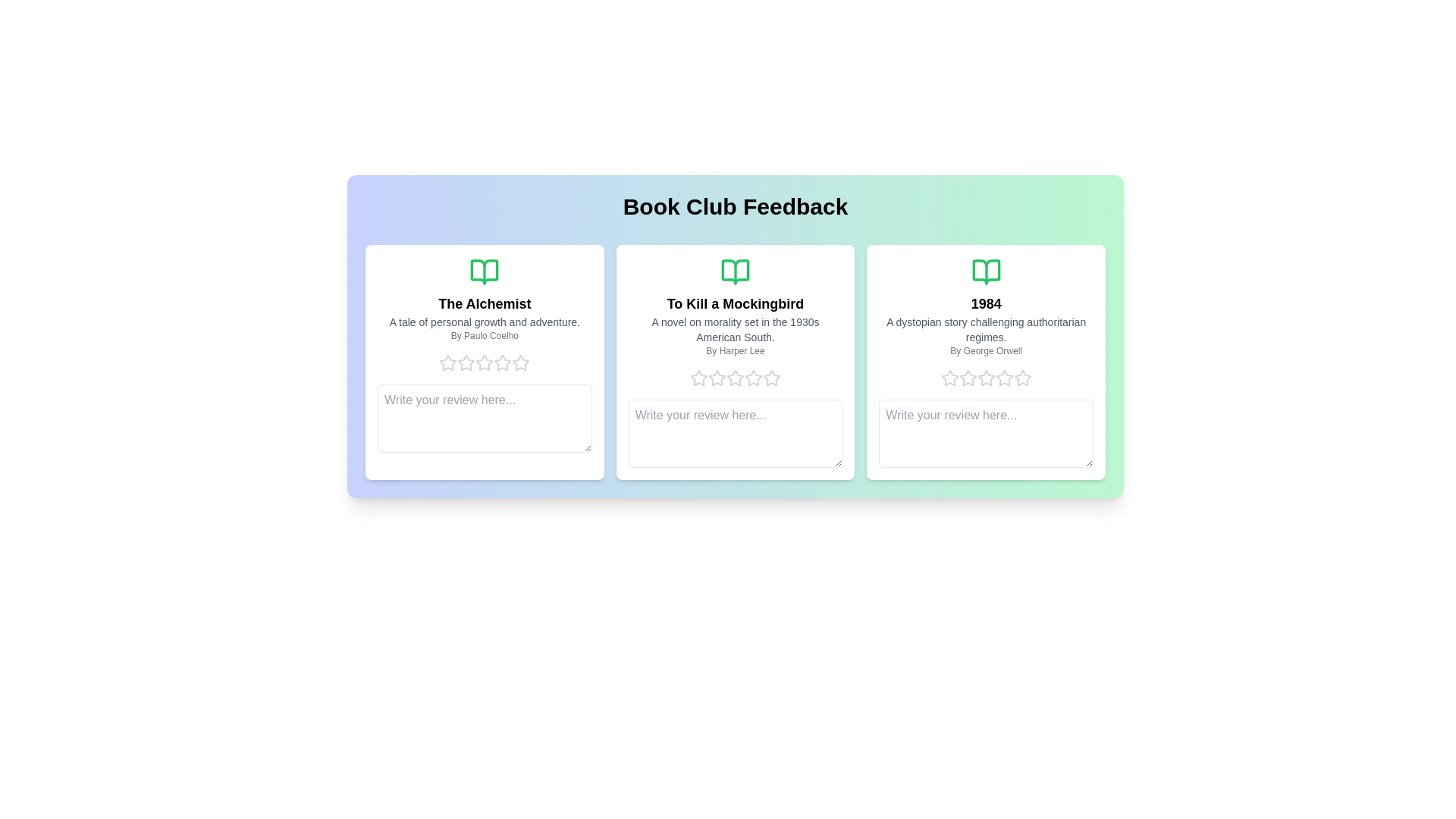 The height and width of the screenshot is (819, 1456). What do you see at coordinates (484, 362) in the screenshot?
I see `the third star in the star-based Rating widget located under 'By Paulo Coelho' and above 'Write your review here...'` at bounding box center [484, 362].